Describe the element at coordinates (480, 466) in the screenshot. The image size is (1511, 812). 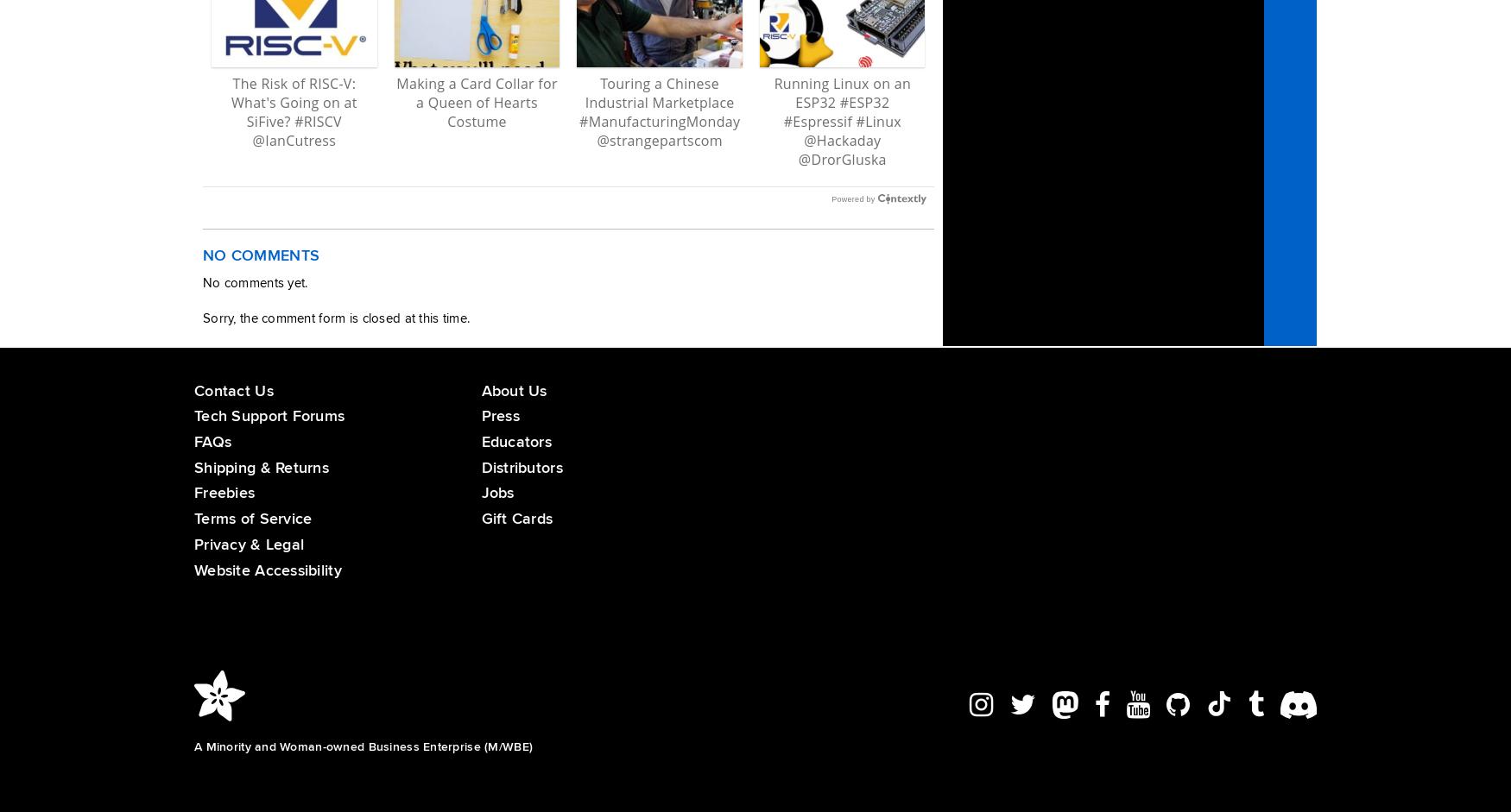
I see `'Distributors'` at that location.